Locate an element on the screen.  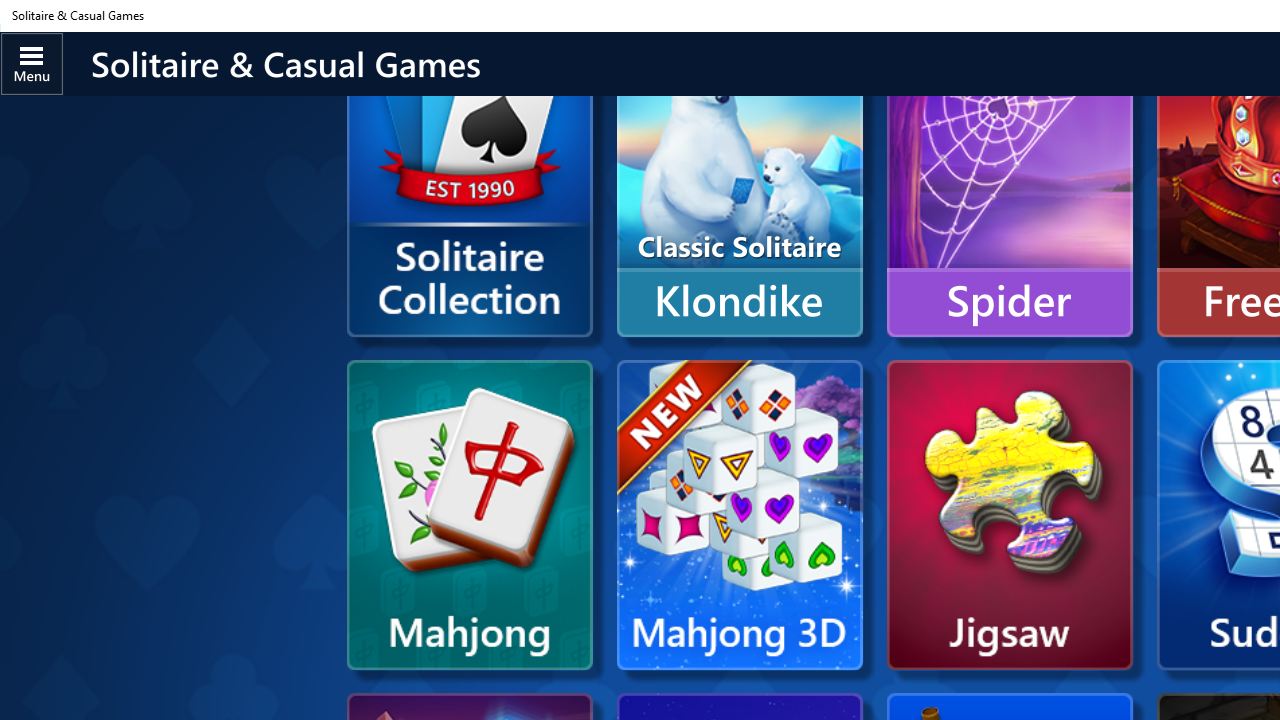
'Microsoft Jigsaw' is located at coordinates (1009, 514).